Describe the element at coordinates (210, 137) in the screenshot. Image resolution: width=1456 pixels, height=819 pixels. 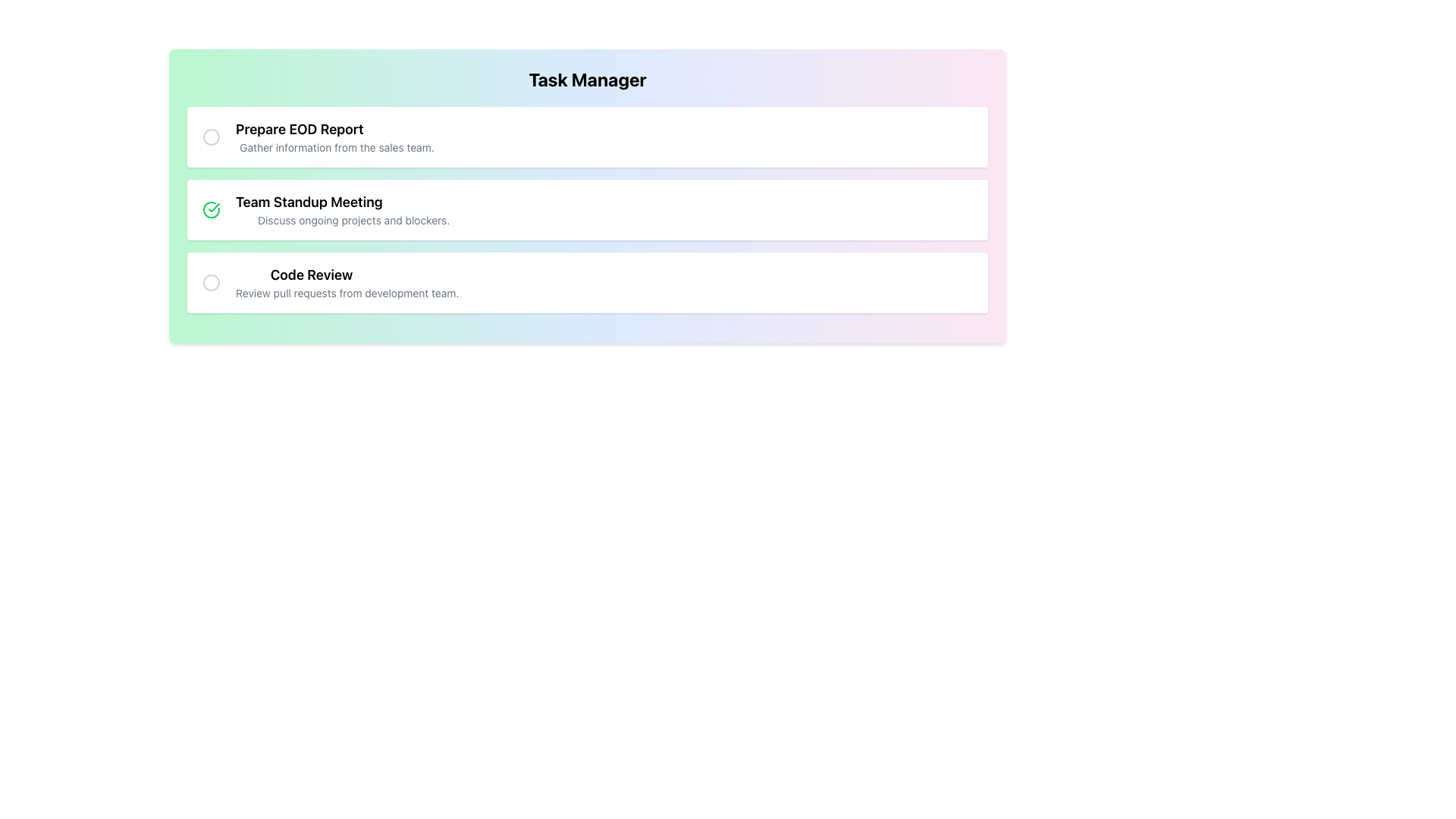
I see `the decorative SVG circle adjacent to the first task description in the task list` at that location.